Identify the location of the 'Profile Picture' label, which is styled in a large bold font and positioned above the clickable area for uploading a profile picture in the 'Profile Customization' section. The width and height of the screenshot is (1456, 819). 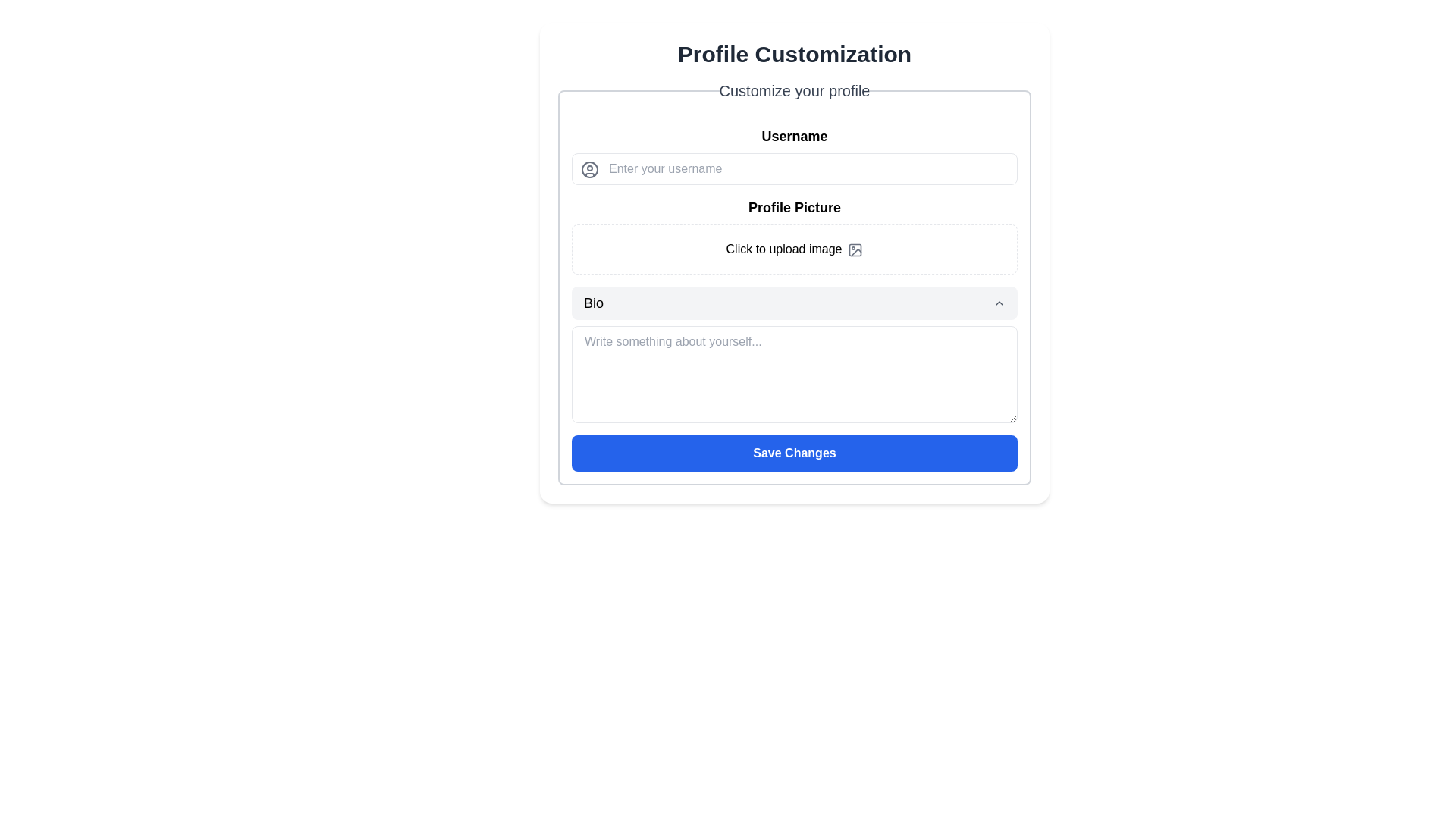
(793, 207).